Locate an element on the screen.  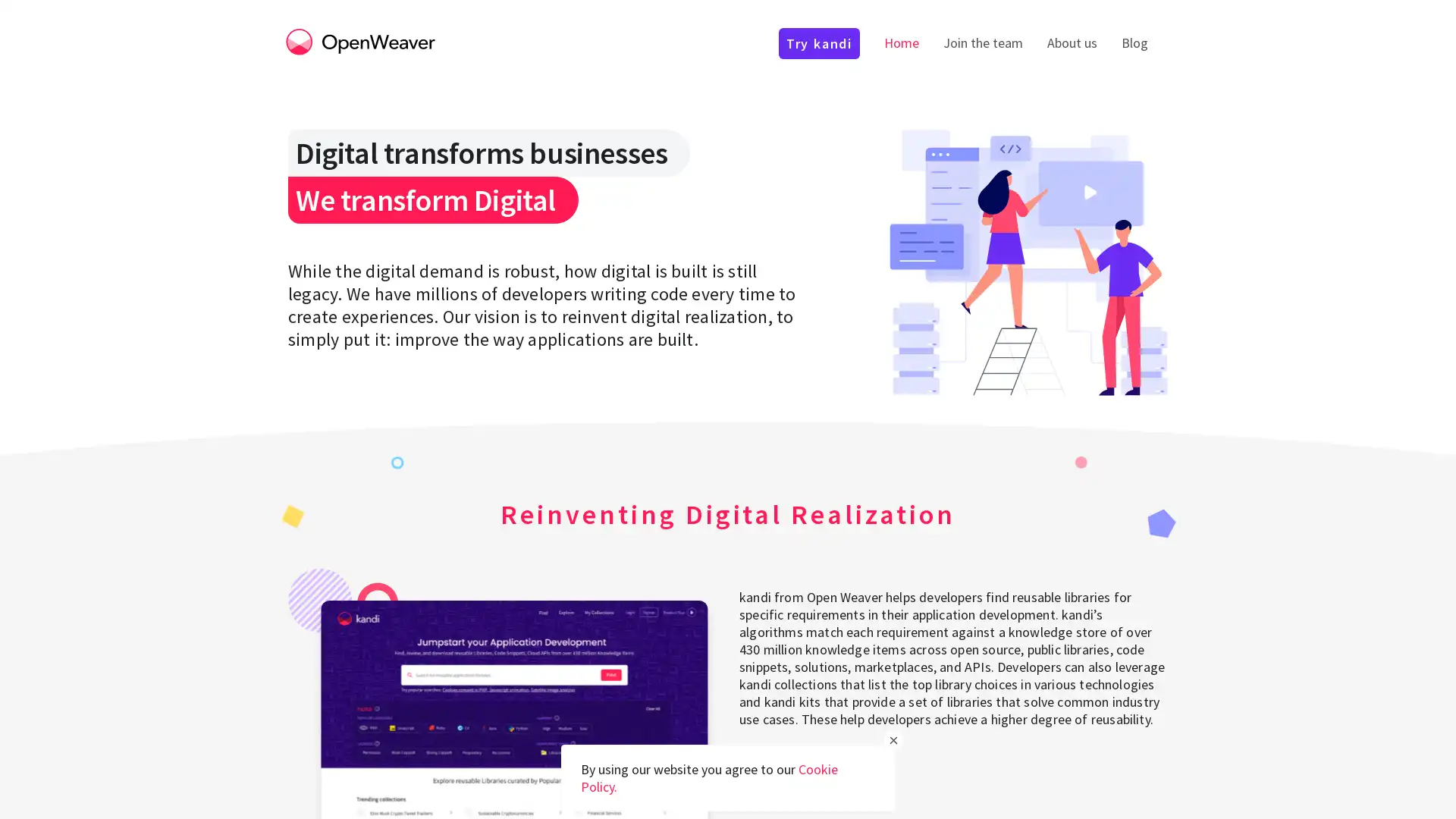
Try kandi is located at coordinates (791, 769).